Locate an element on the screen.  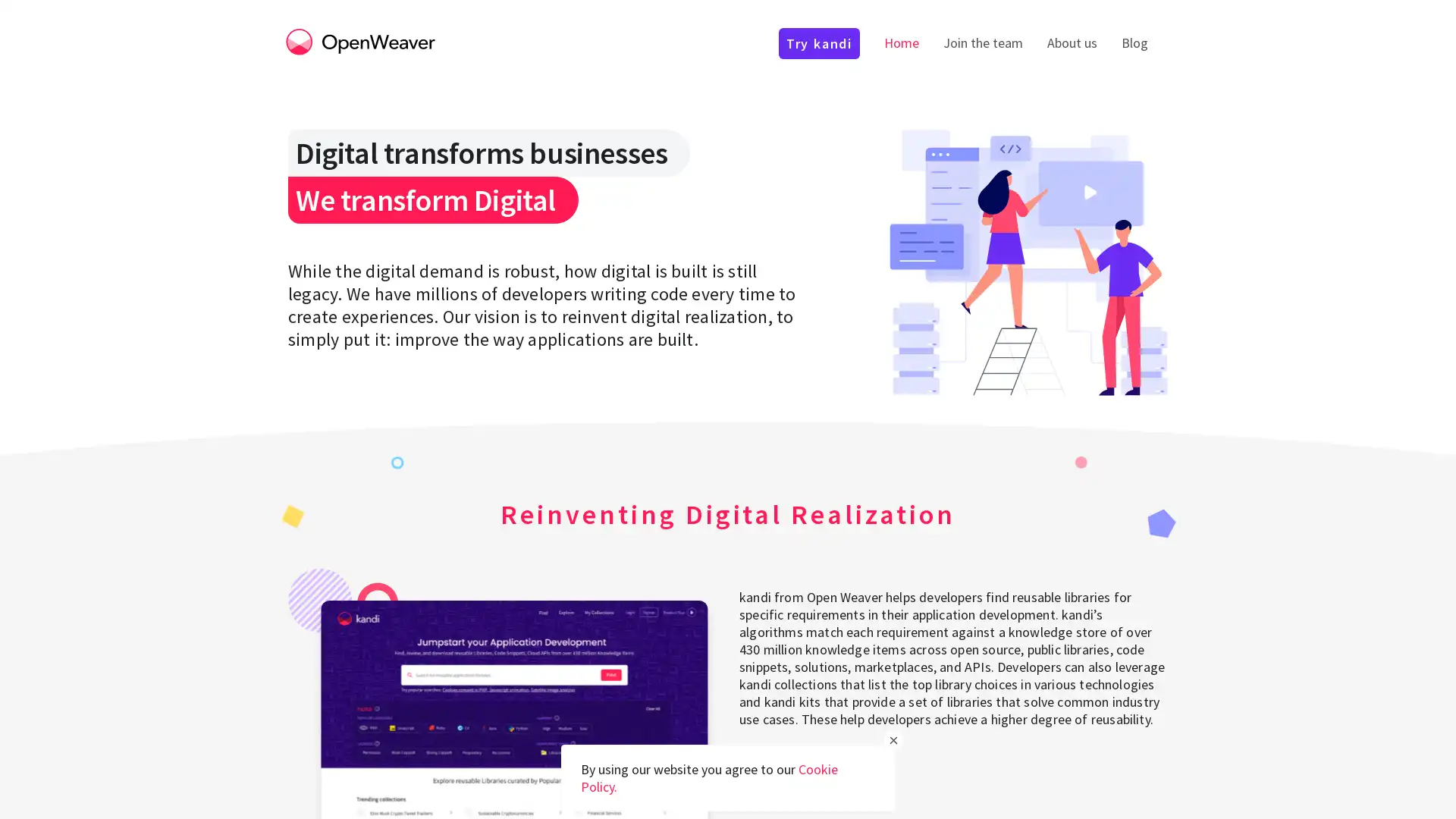
Try kandi is located at coordinates (791, 769).